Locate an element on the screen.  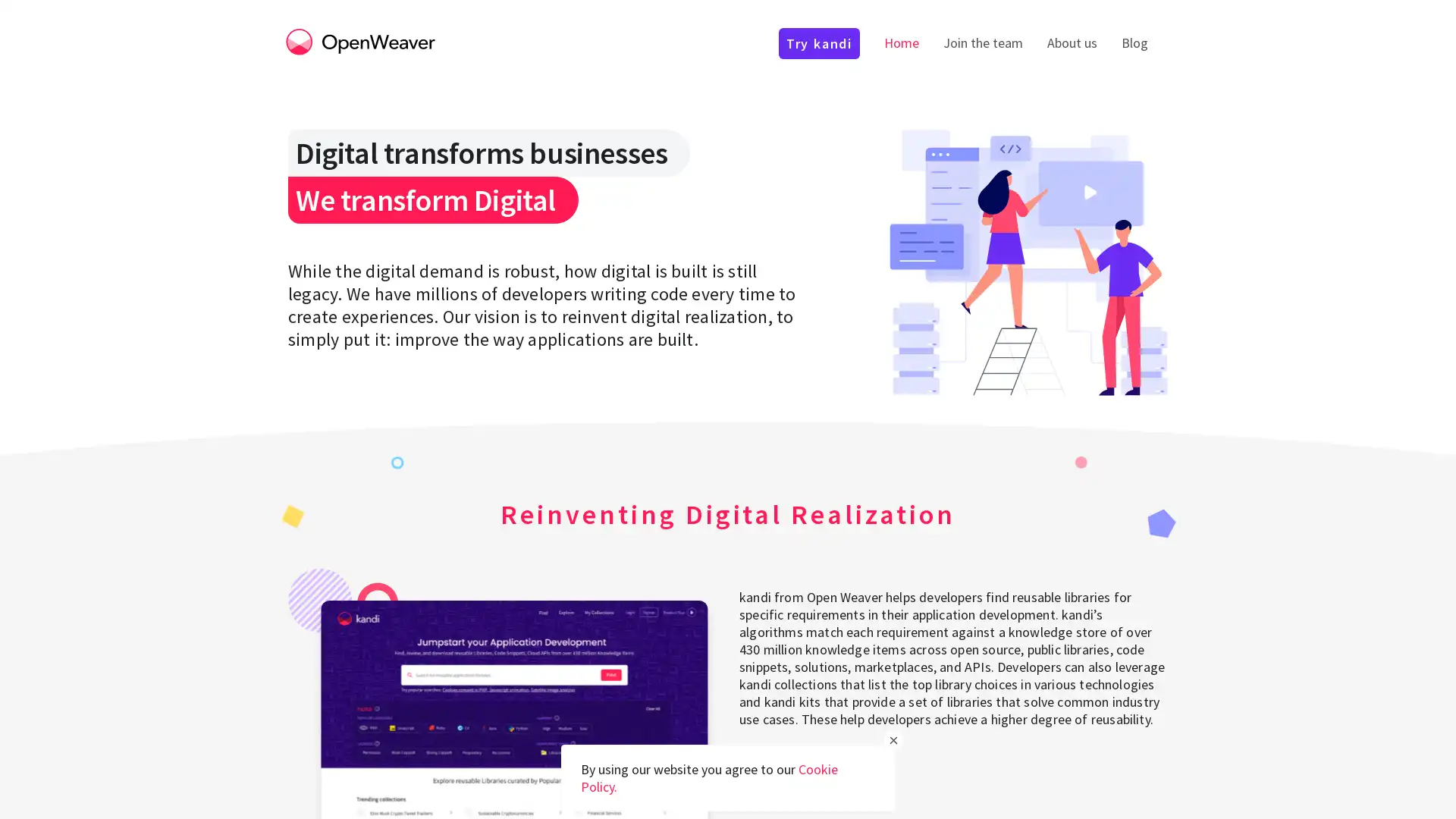
Try kandi is located at coordinates (791, 769).